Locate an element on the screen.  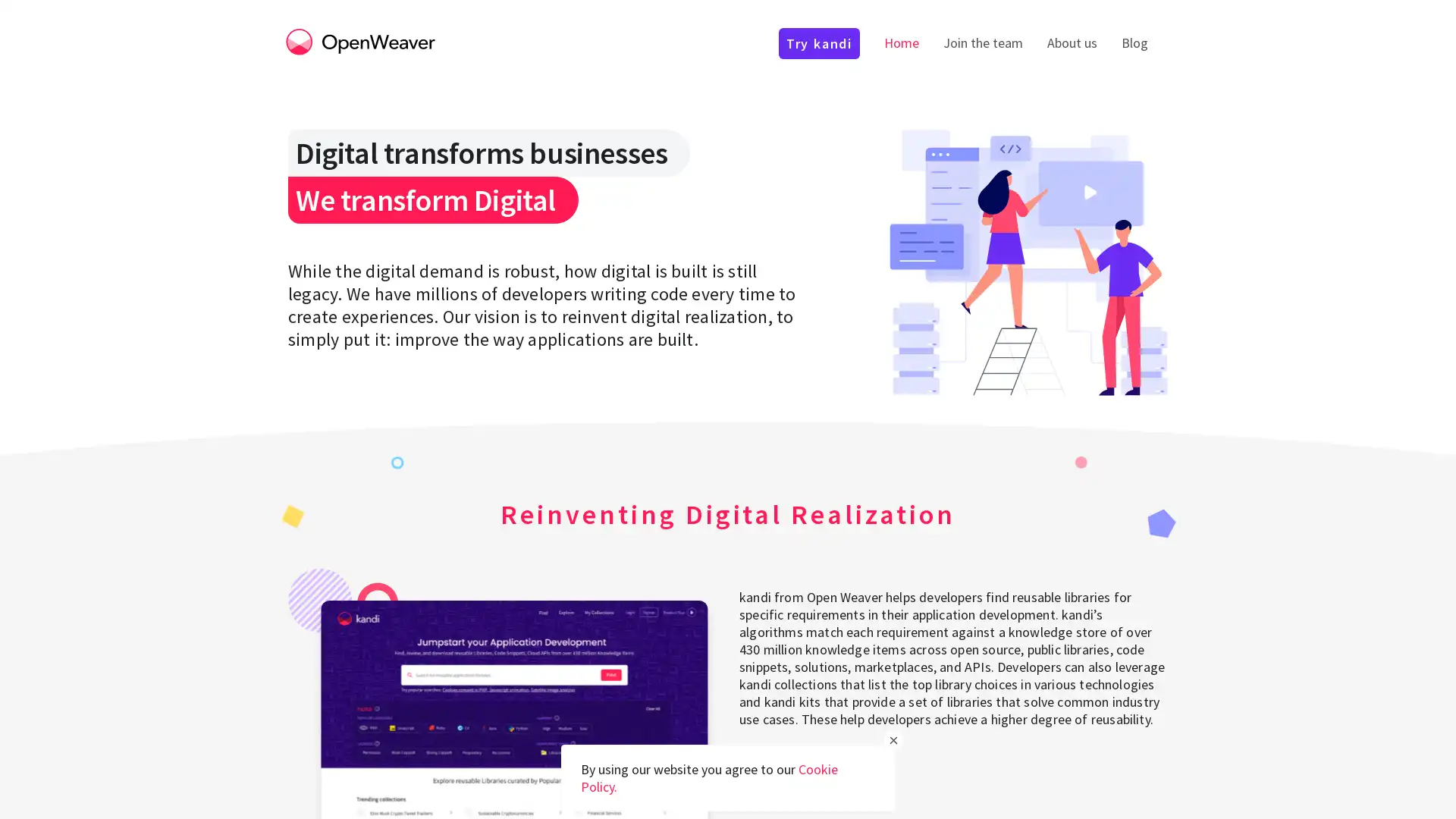
Try kandi is located at coordinates (791, 769).